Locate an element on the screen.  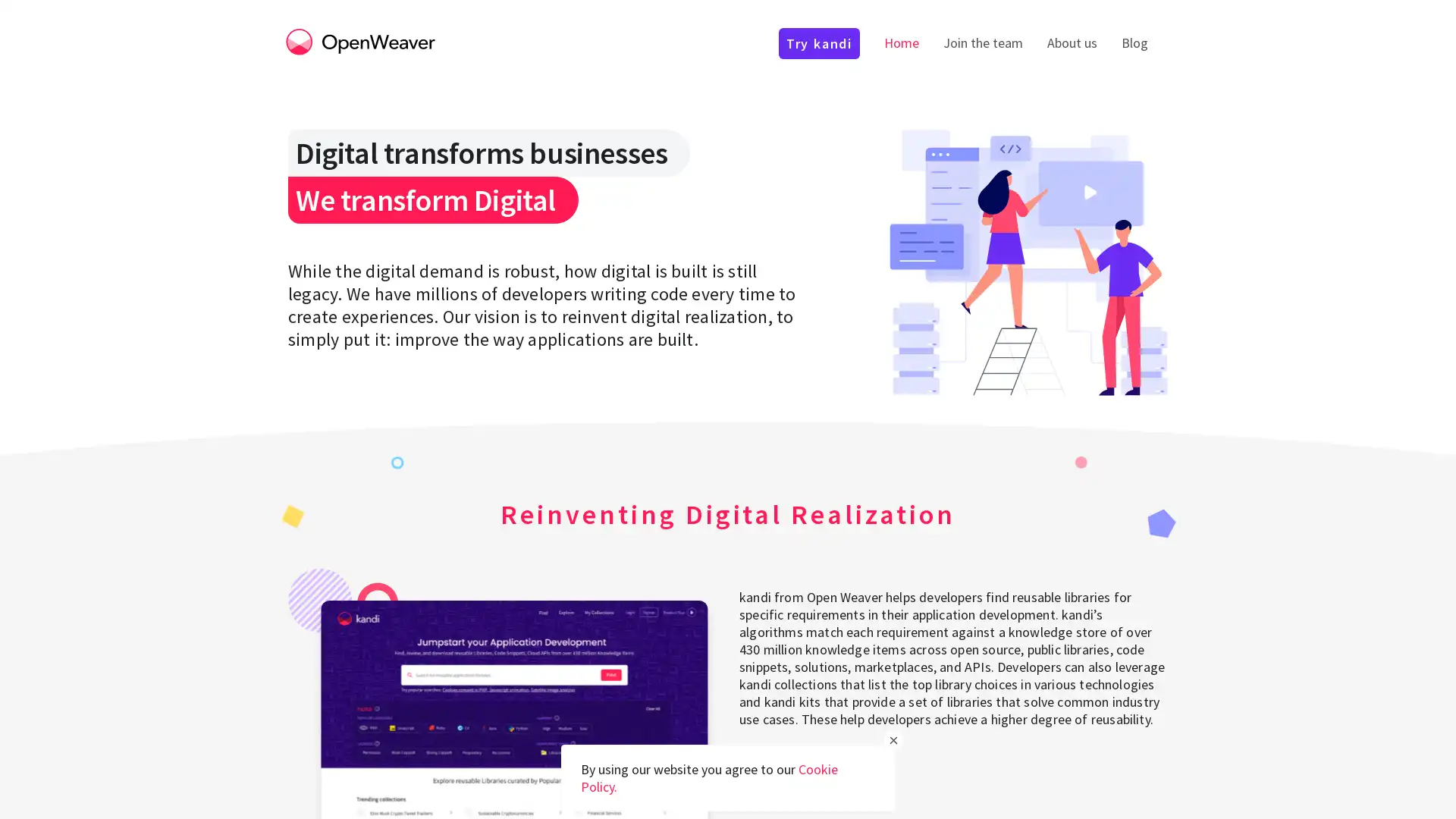
Try kandi is located at coordinates (791, 769).